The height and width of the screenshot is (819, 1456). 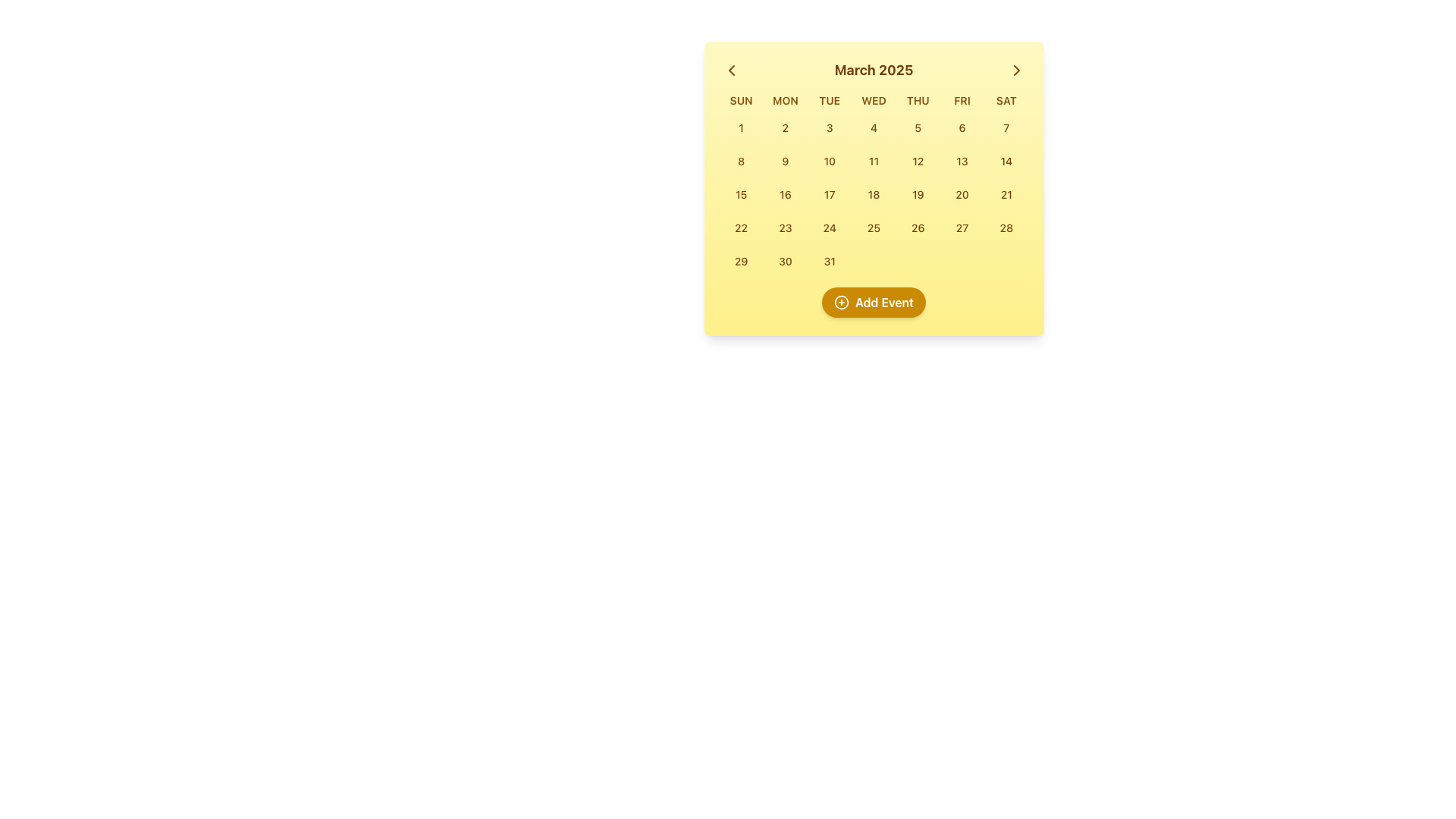 I want to click on the bold brown text representing the number '10' in the calendar interface for March 2025, which is highlighted by a yellow circular area, so click(x=829, y=161).